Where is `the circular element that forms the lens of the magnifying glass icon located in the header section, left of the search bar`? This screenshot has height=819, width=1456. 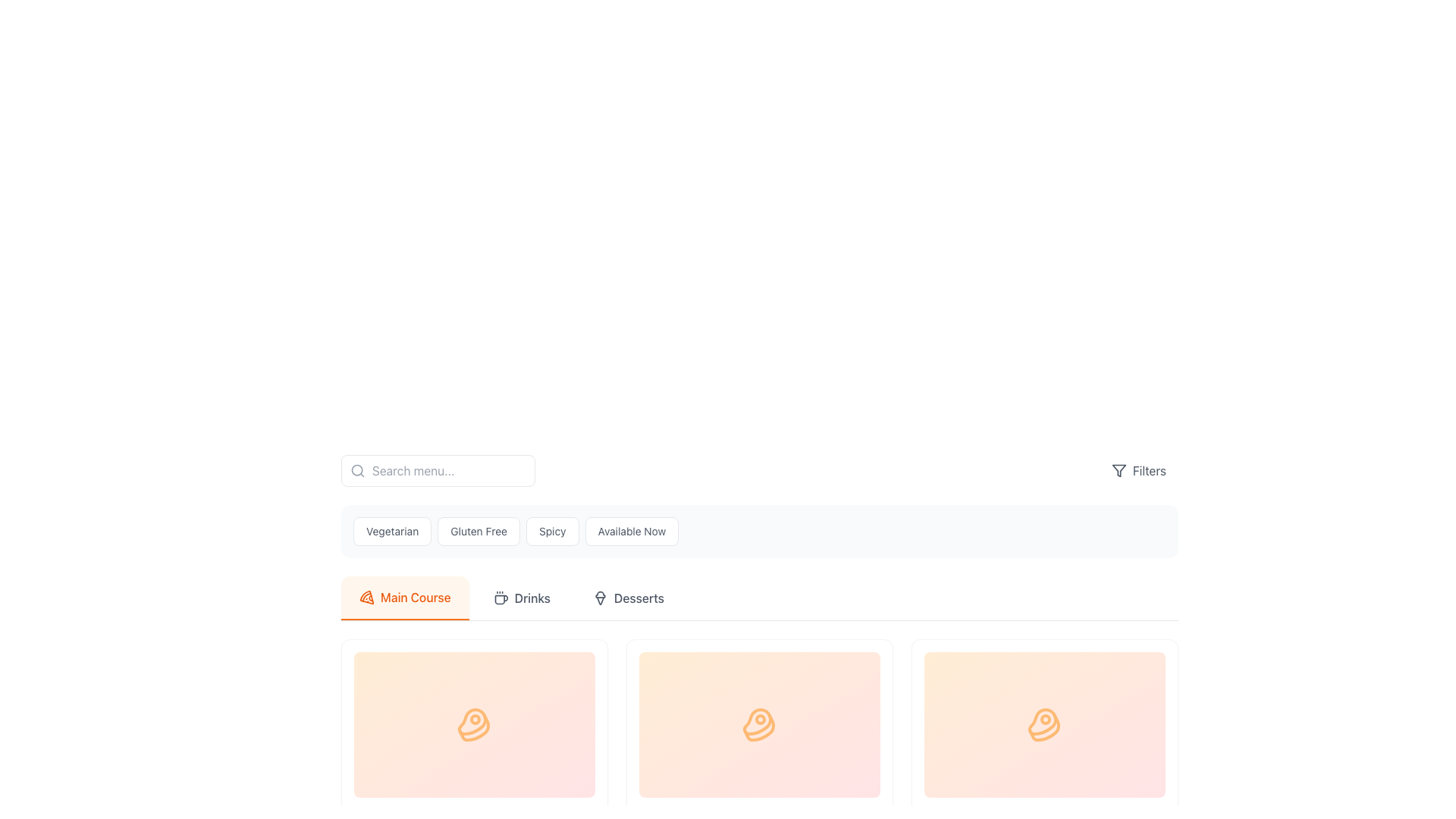
the circular element that forms the lens of the magnifying glass icon located in the header section, left of the search bar is located at coordinates (356, 469).